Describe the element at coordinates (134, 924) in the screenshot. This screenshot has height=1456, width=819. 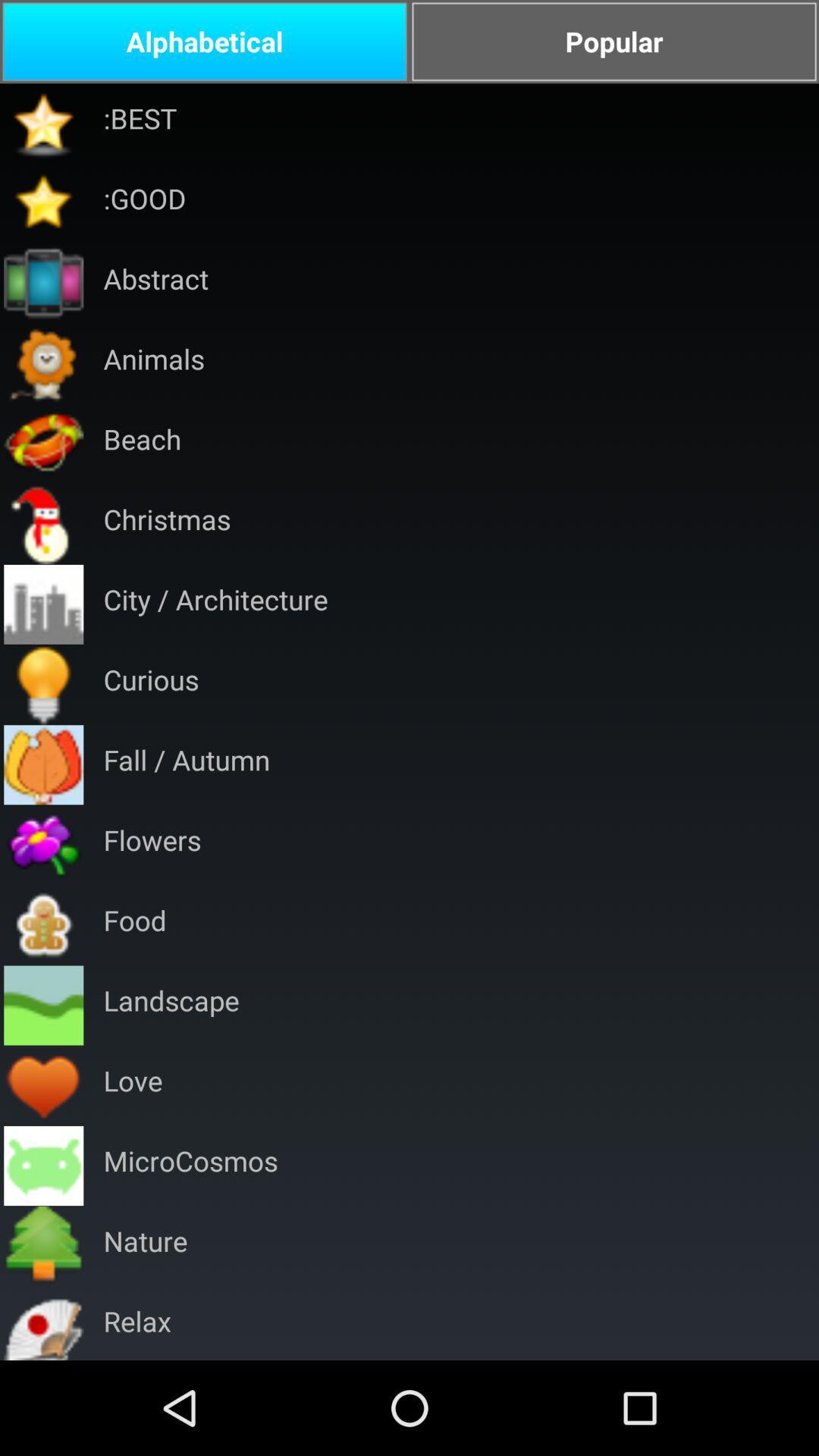
I see `the food app` at that location.